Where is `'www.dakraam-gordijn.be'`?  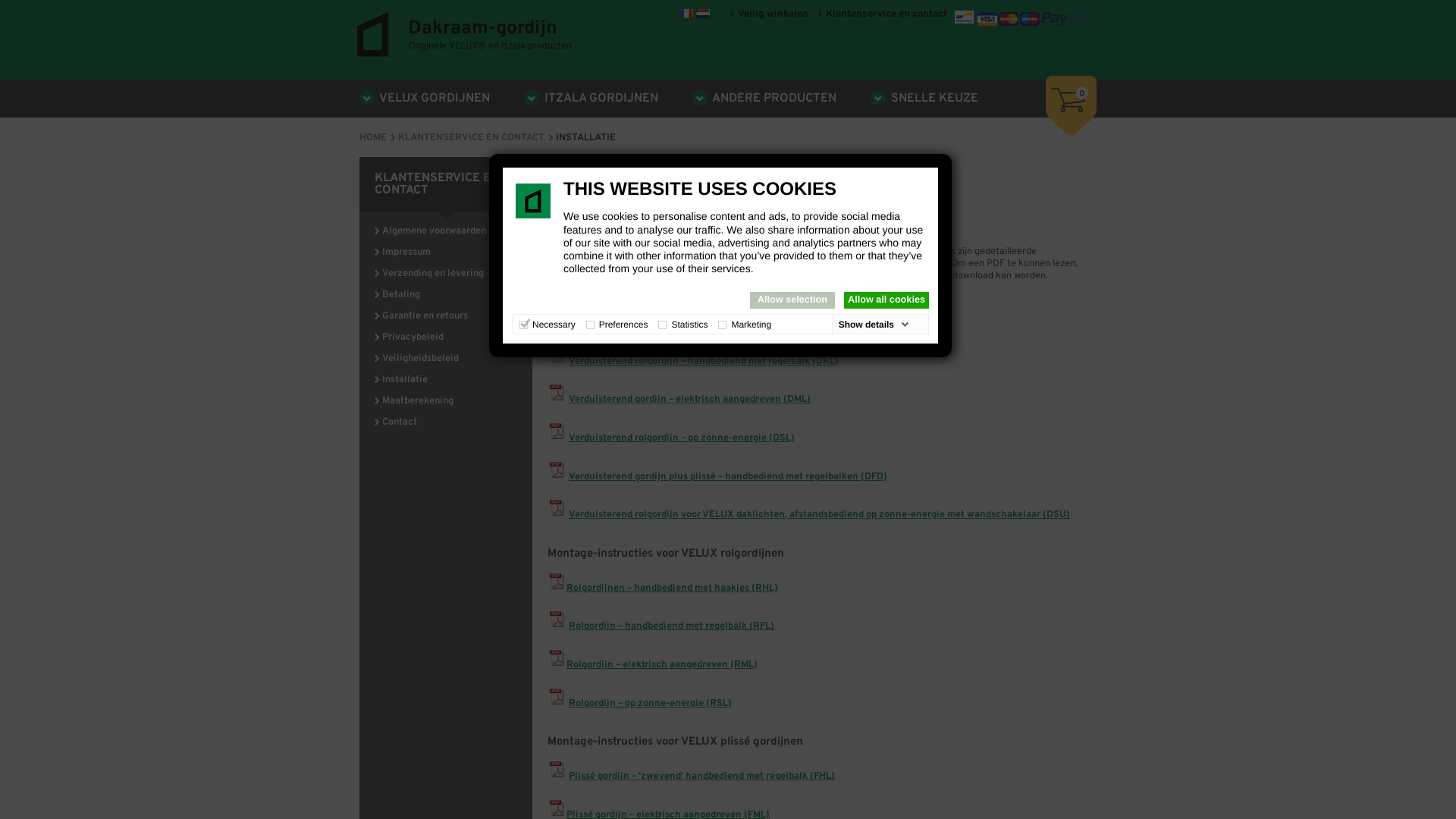
'www.dakraam-gordijn.be' is located at coordinates (686, 14).